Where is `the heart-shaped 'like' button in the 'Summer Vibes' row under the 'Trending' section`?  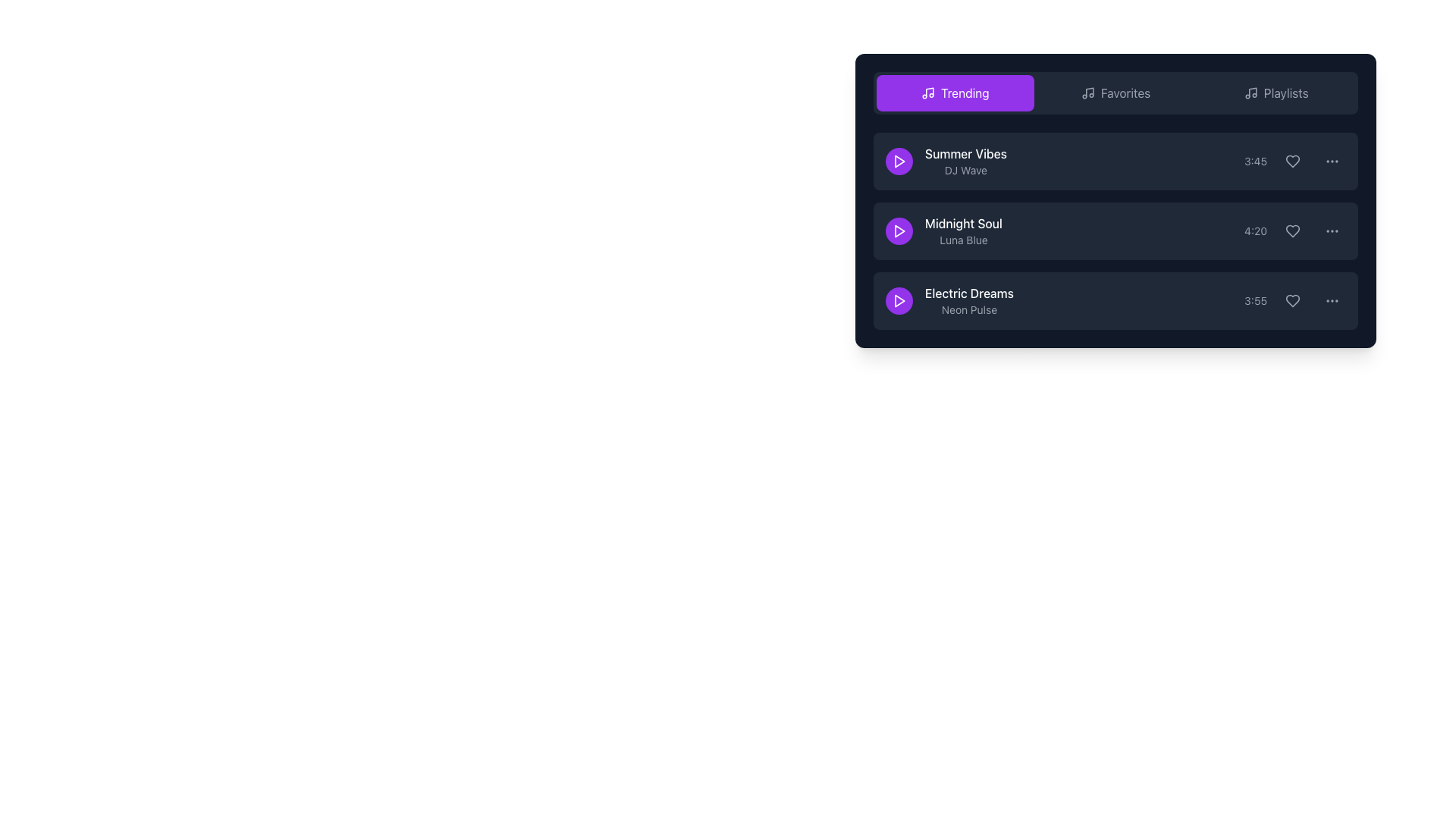
the heart-shaped 'like' button in the 'Summer Vibes' row under the 'Trending' section is located at coordinates (1291, 161).